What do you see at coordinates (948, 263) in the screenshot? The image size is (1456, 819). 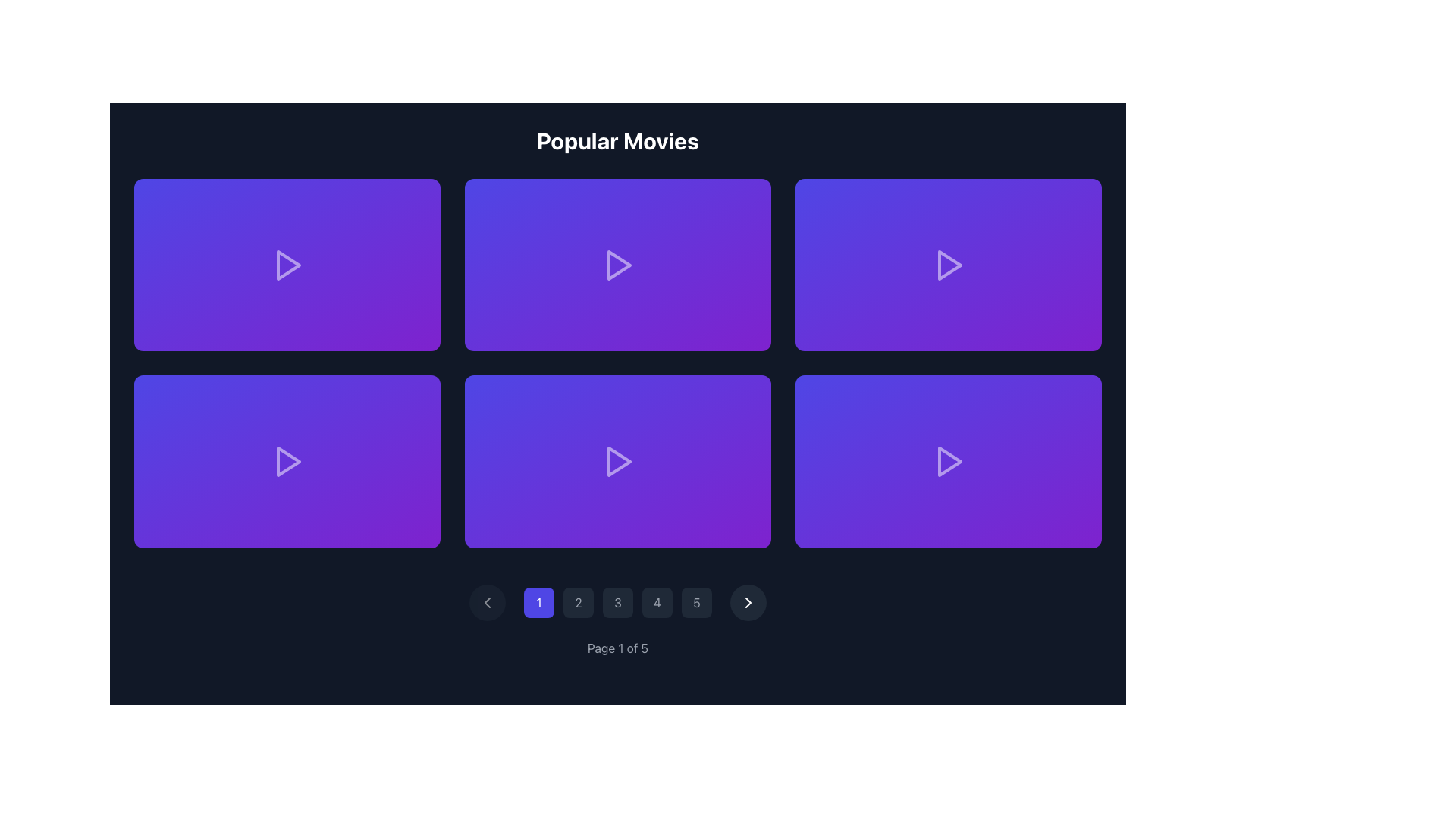 I see `the play button located at the center of the Media card with a gradient background transitioning from indigo to purple, which is positioned in the top-right corner of the grid layout` at bounding box center [948, 263].